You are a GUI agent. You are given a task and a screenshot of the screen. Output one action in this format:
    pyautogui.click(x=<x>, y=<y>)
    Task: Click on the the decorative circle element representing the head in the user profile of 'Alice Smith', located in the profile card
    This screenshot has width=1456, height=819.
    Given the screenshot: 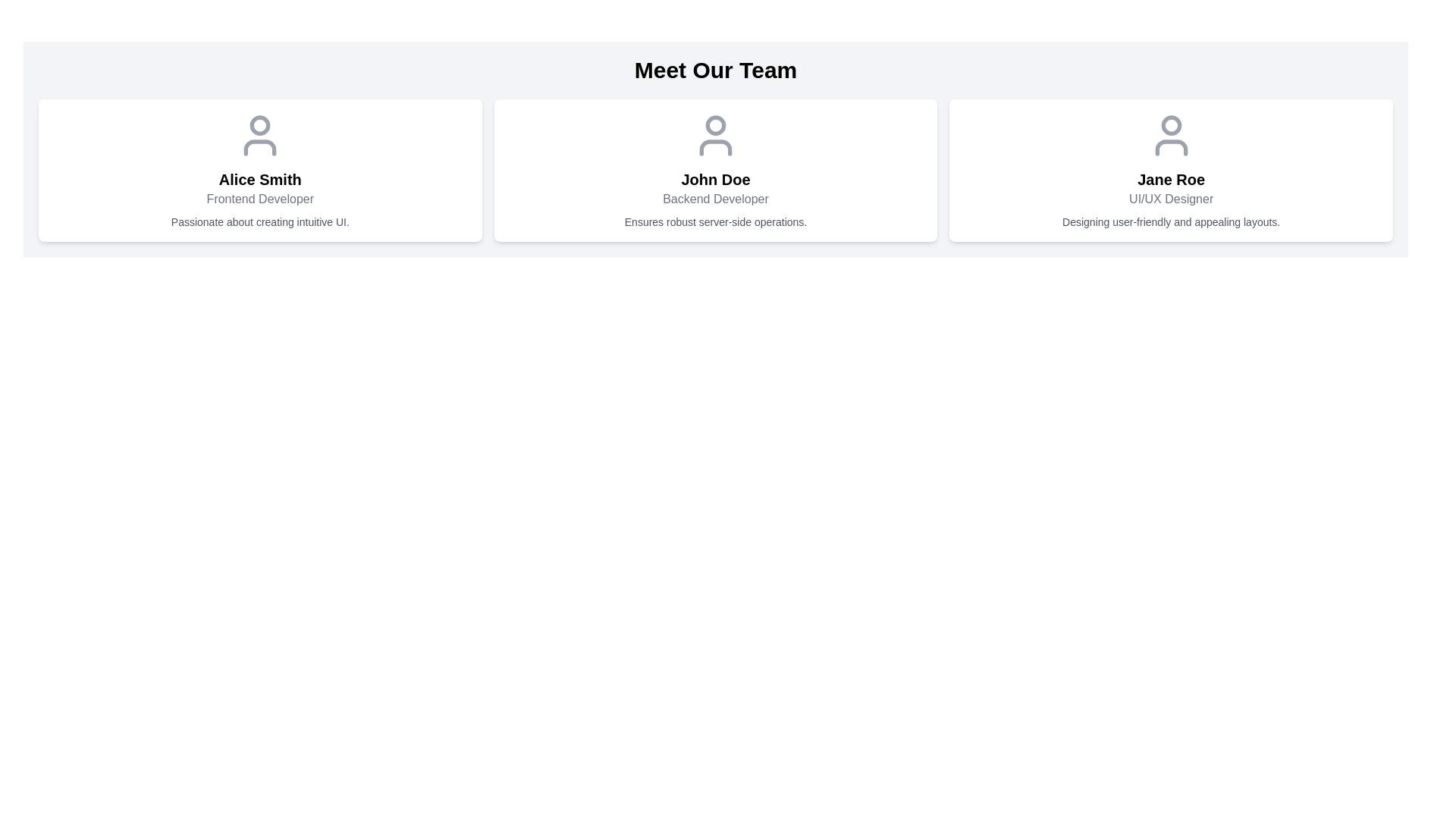 What is the action you would take?
    pyautogui.click(x=260, y=124)
    